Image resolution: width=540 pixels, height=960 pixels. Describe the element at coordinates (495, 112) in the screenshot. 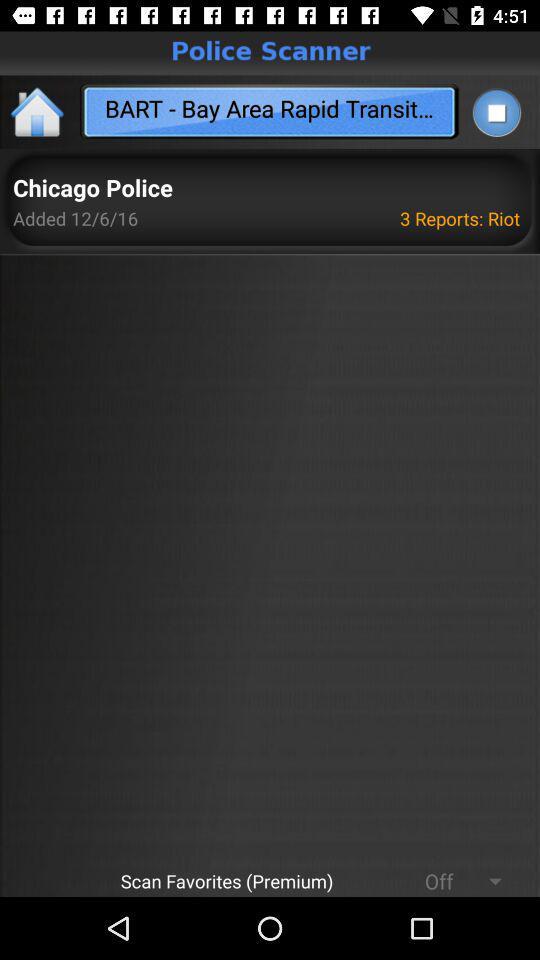

I see `icon above 3 reports: riot` at that location.